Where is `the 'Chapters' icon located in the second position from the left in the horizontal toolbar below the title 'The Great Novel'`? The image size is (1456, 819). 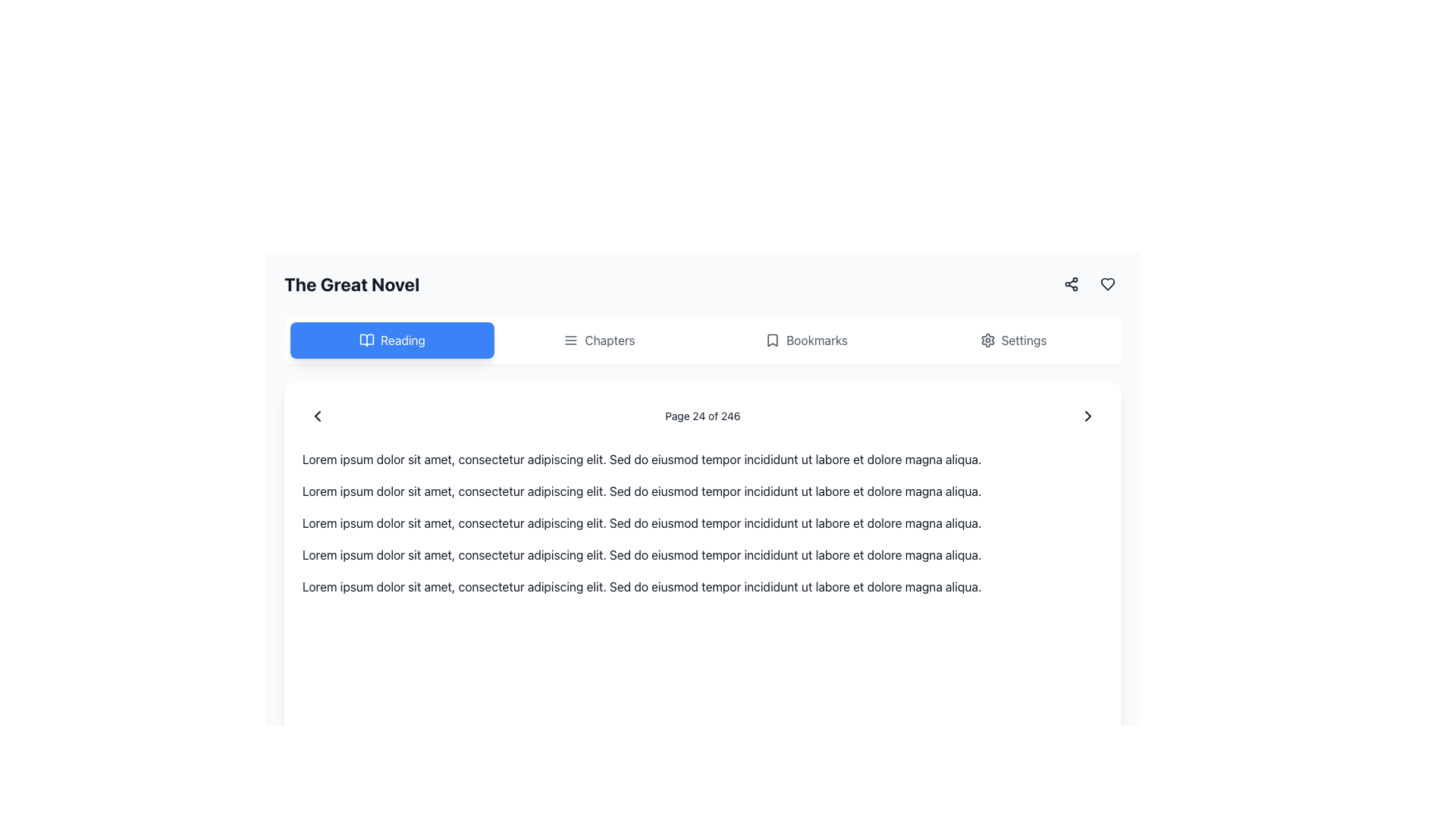
the 'Chapters' icon located in the second position from the left in the horizontal toolbar below the title 'The Great Novel' is located at coordinates (570, 339).